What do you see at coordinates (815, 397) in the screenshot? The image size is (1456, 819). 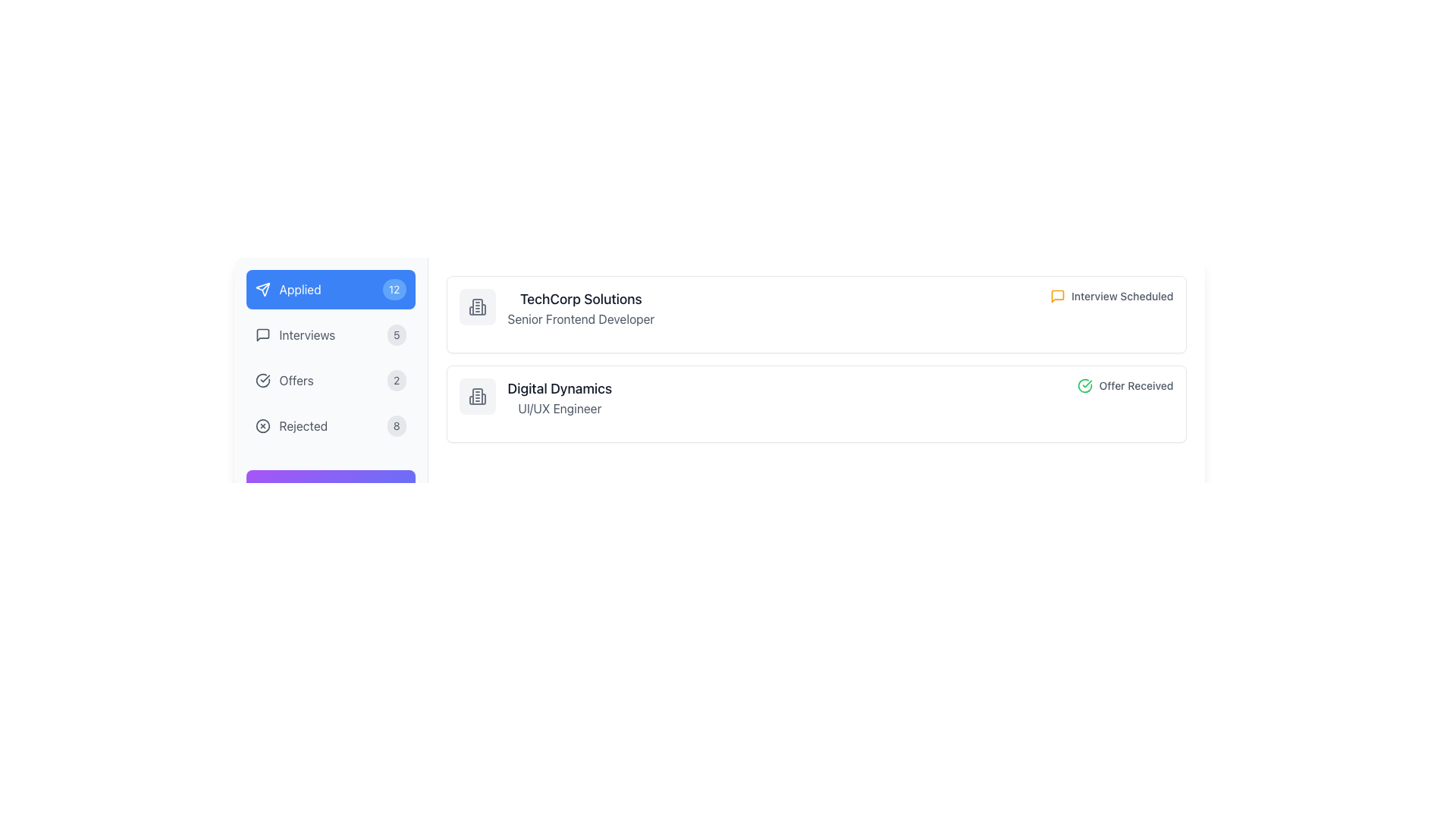 I see `the job application entry for 'Digital Dynamics' (UI/UX Engineer)` at bounding box center [815, 397].